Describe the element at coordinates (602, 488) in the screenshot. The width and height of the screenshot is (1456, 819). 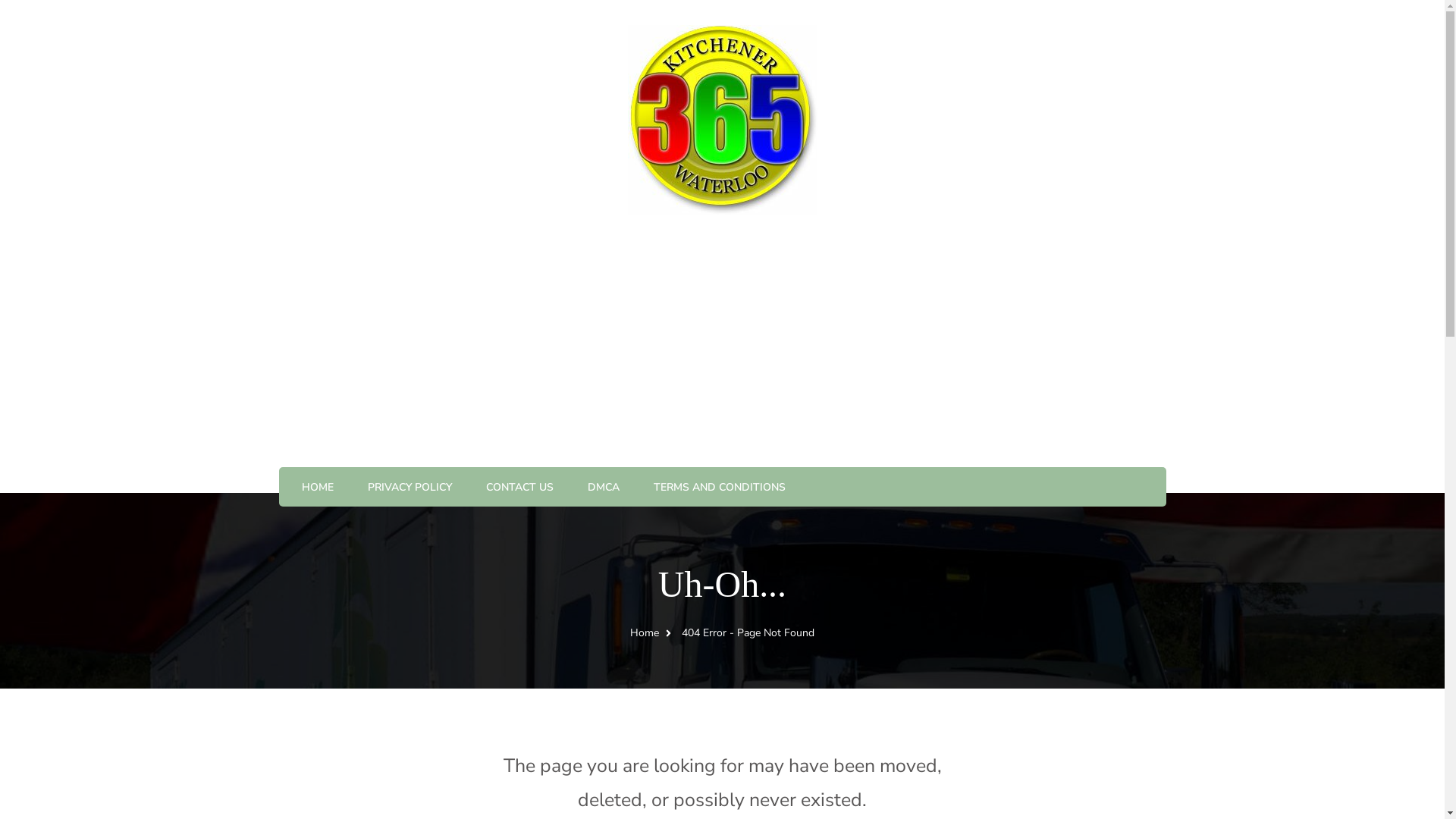
I see `'DMCA'` at that location.